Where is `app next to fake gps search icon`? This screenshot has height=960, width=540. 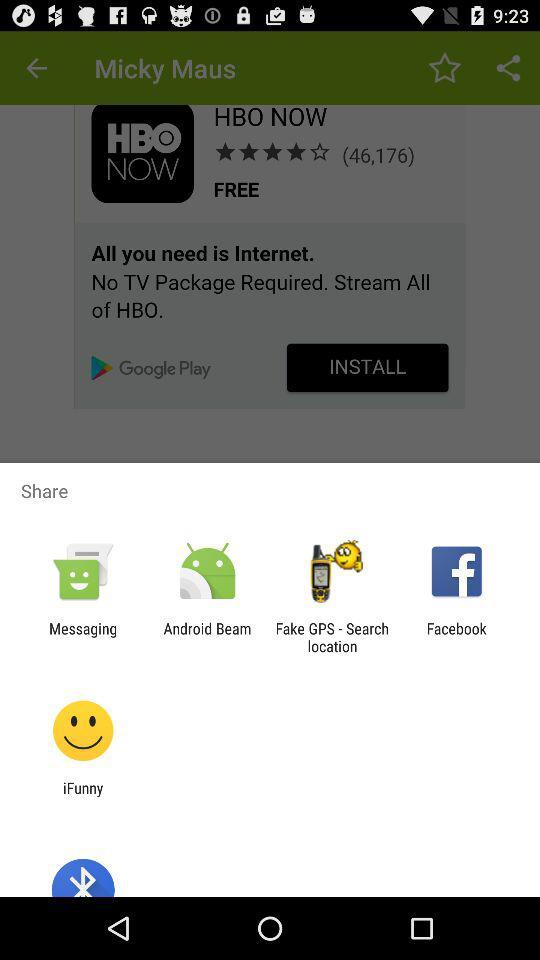 app next to fake gps search icon is located at coordinates (206, 636).